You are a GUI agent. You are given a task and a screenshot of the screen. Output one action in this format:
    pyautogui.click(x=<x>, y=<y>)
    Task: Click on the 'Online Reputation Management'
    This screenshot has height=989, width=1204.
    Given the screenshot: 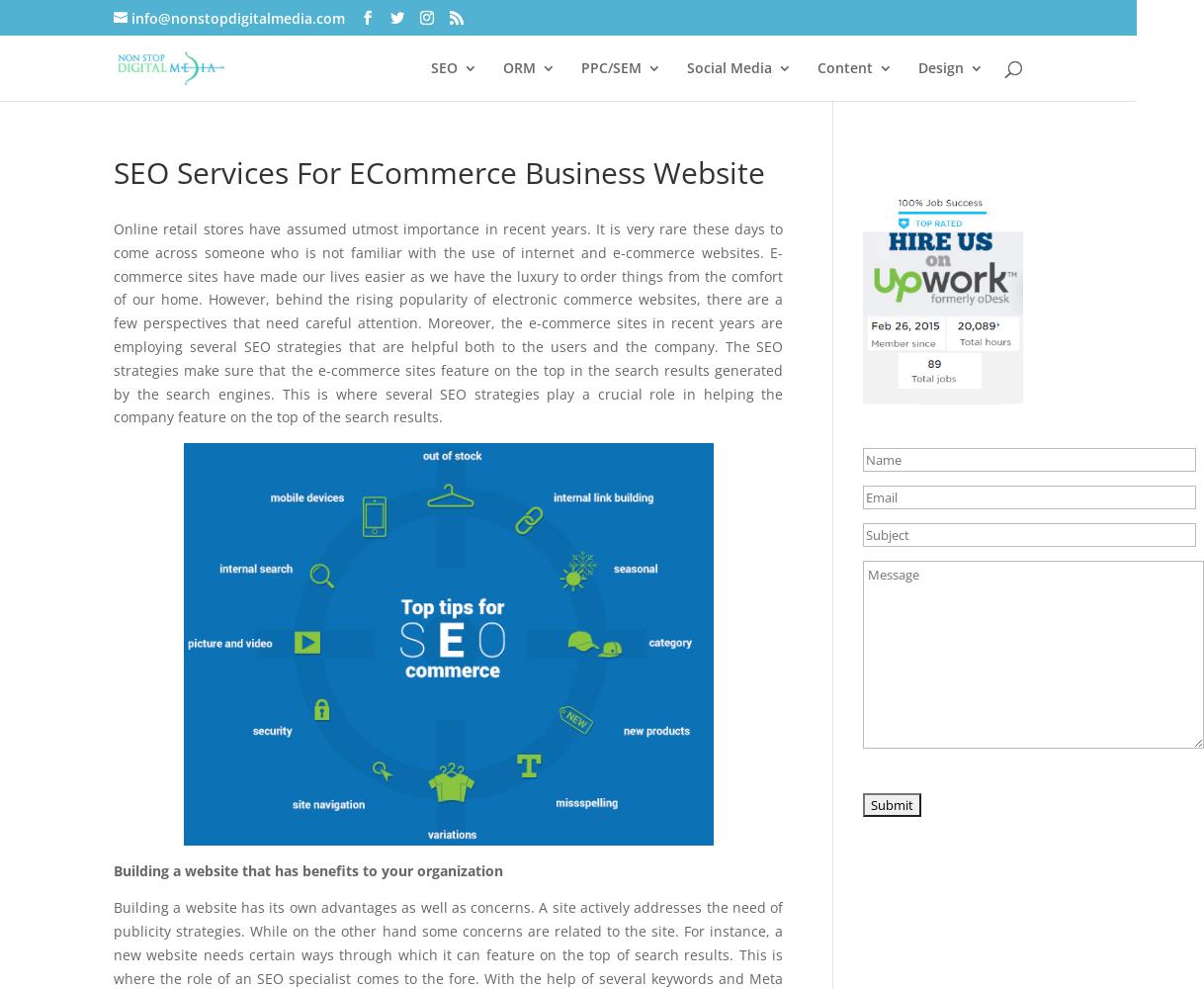 What is the action you would take?
    pyautogui.click(x=605, y=156)
    